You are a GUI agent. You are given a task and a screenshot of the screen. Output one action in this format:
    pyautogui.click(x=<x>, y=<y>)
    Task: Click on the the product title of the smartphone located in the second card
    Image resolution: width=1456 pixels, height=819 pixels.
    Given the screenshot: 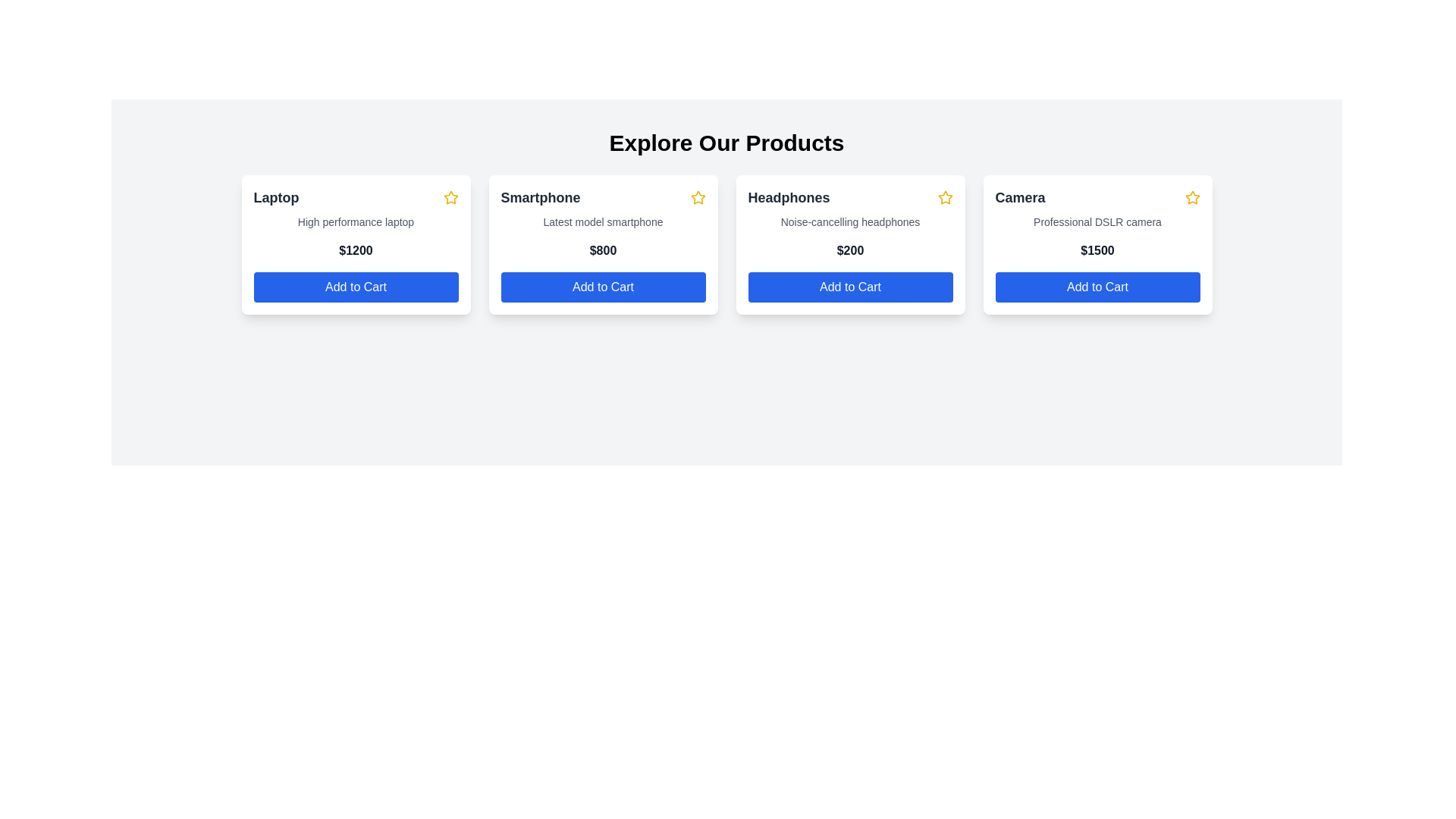 What is the action you would take?
    pyautogui.click(x=602, y=197)
    